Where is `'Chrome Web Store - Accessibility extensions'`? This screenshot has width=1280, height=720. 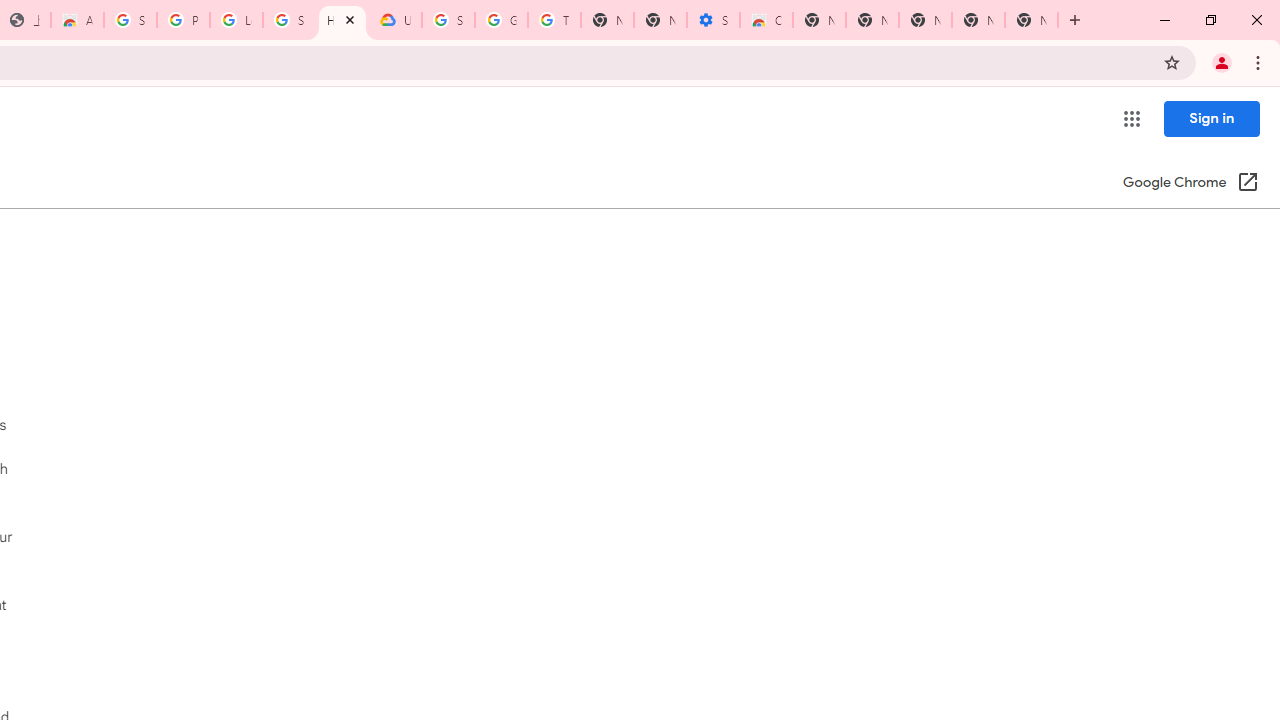
'Chrome Web Store - Accessibility extensions' is located at coordinates (765, 20).